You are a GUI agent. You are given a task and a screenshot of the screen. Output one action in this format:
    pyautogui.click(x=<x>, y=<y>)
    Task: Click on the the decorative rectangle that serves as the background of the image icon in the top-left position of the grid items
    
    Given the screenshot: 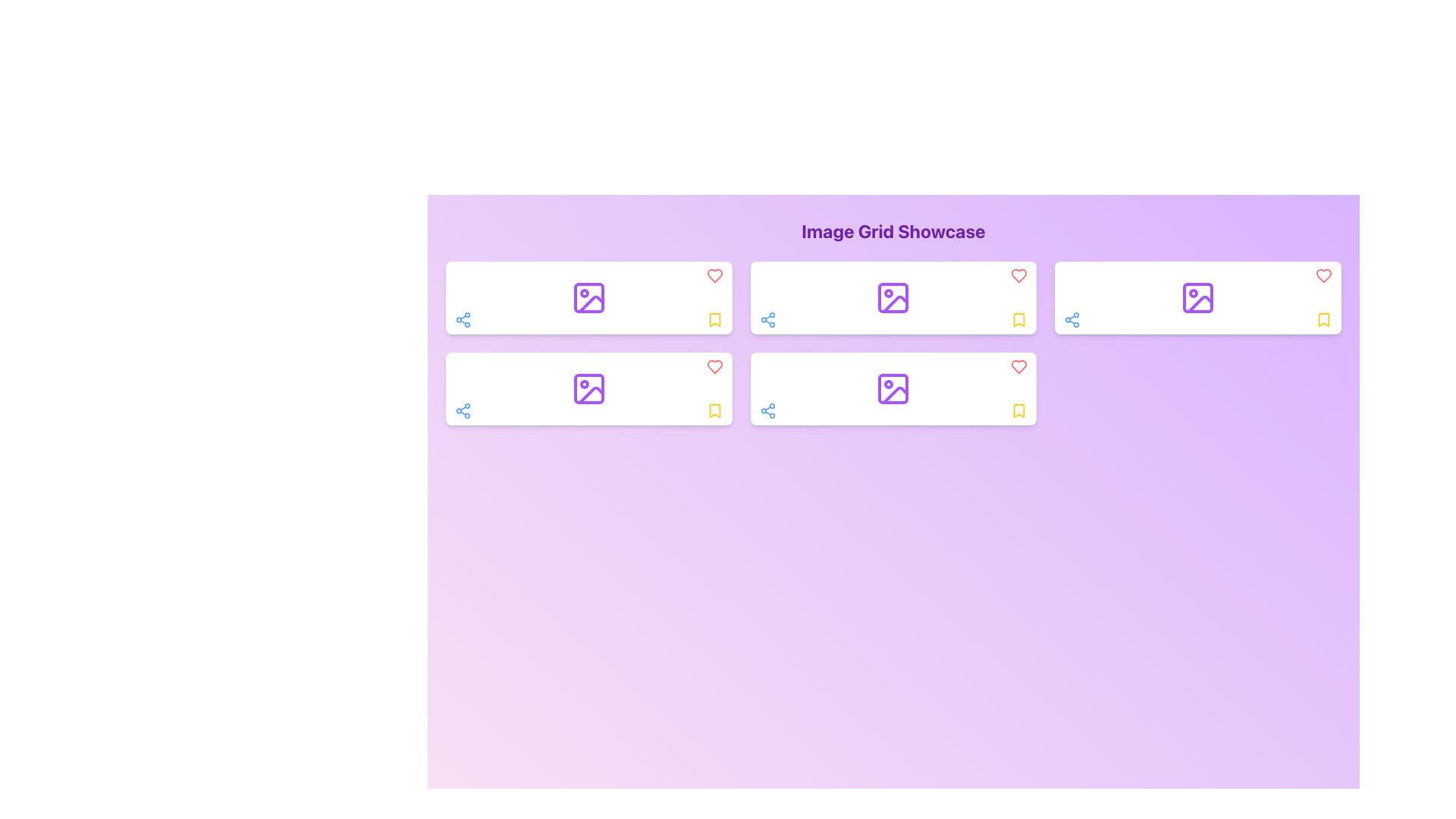 What is the action you would take?
    pyautogui.click(x=588, y=298)
    